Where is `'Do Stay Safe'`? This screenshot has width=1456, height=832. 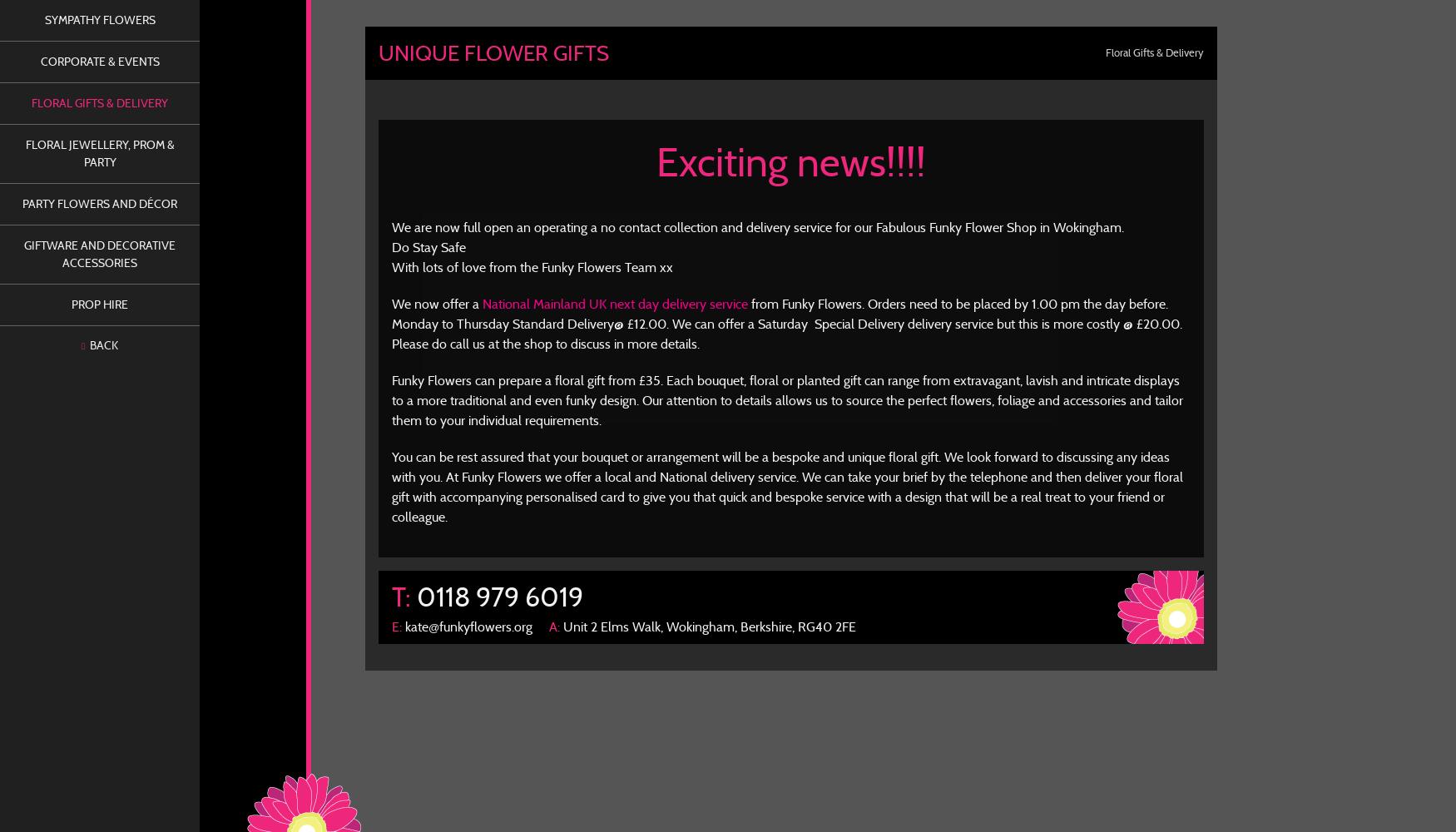
'Do Stay Safe' is located at coordinates (391, 247).